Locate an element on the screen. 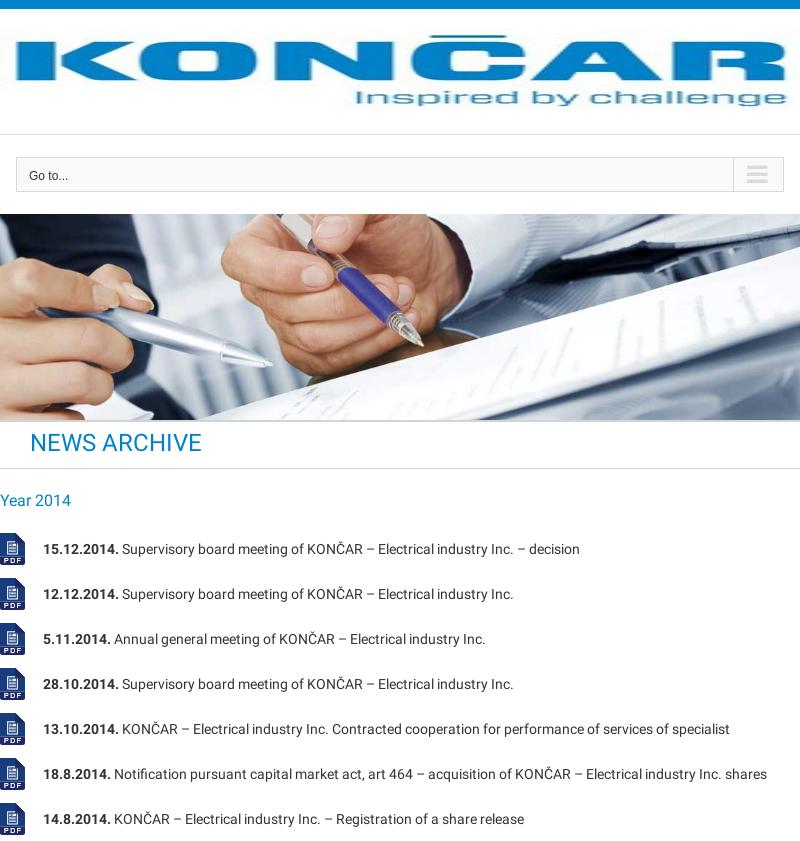 The width and height of the screenshot is (800, 841). 'Annual general meeting of KONČAR – Electrical industry Inc.' is located at coordinates (298, 637).